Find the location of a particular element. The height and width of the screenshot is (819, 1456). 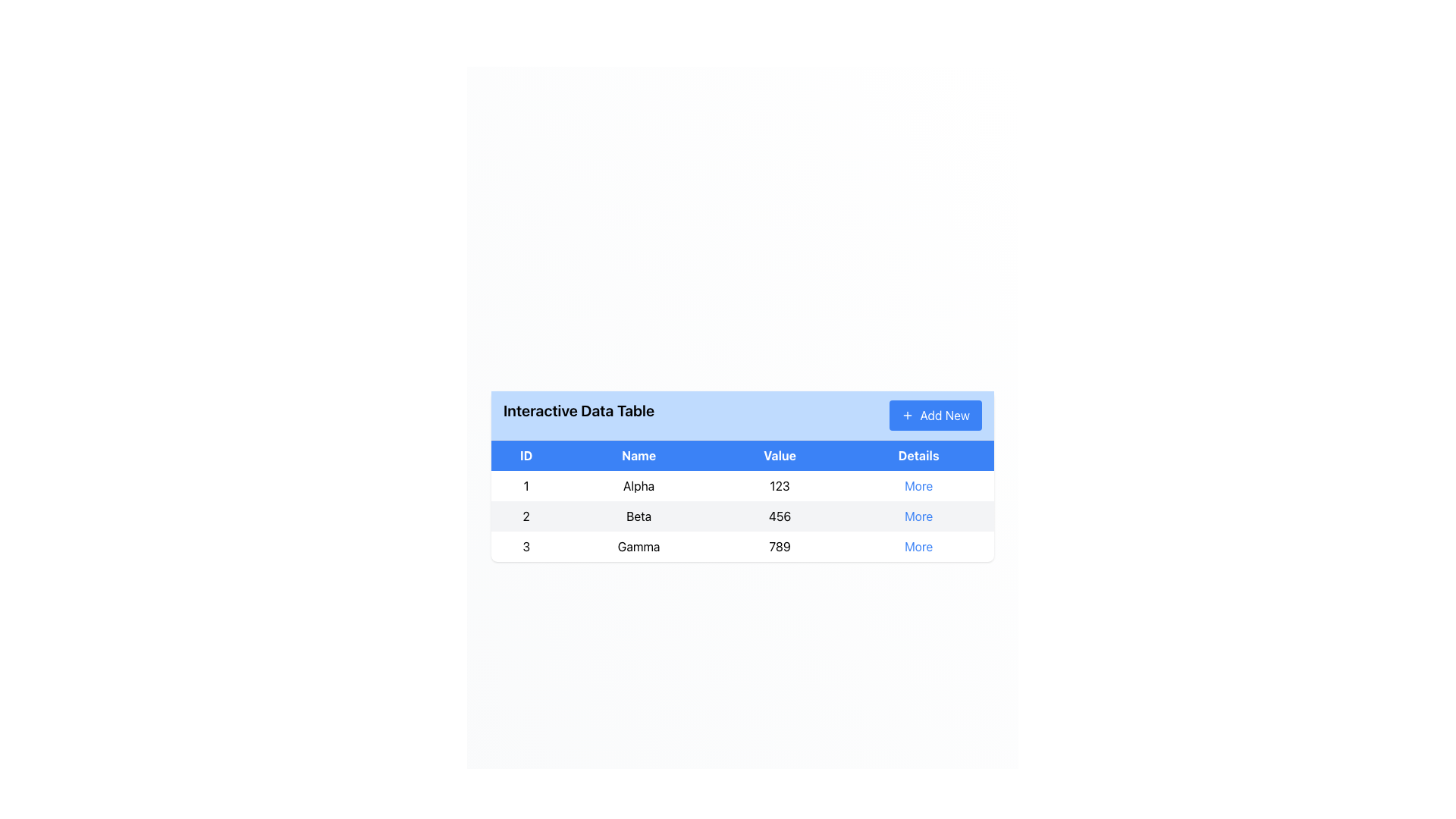

the clickable text link in the Details column of the data table for the 'Alpha' entry is located at coordinates (918, 485).